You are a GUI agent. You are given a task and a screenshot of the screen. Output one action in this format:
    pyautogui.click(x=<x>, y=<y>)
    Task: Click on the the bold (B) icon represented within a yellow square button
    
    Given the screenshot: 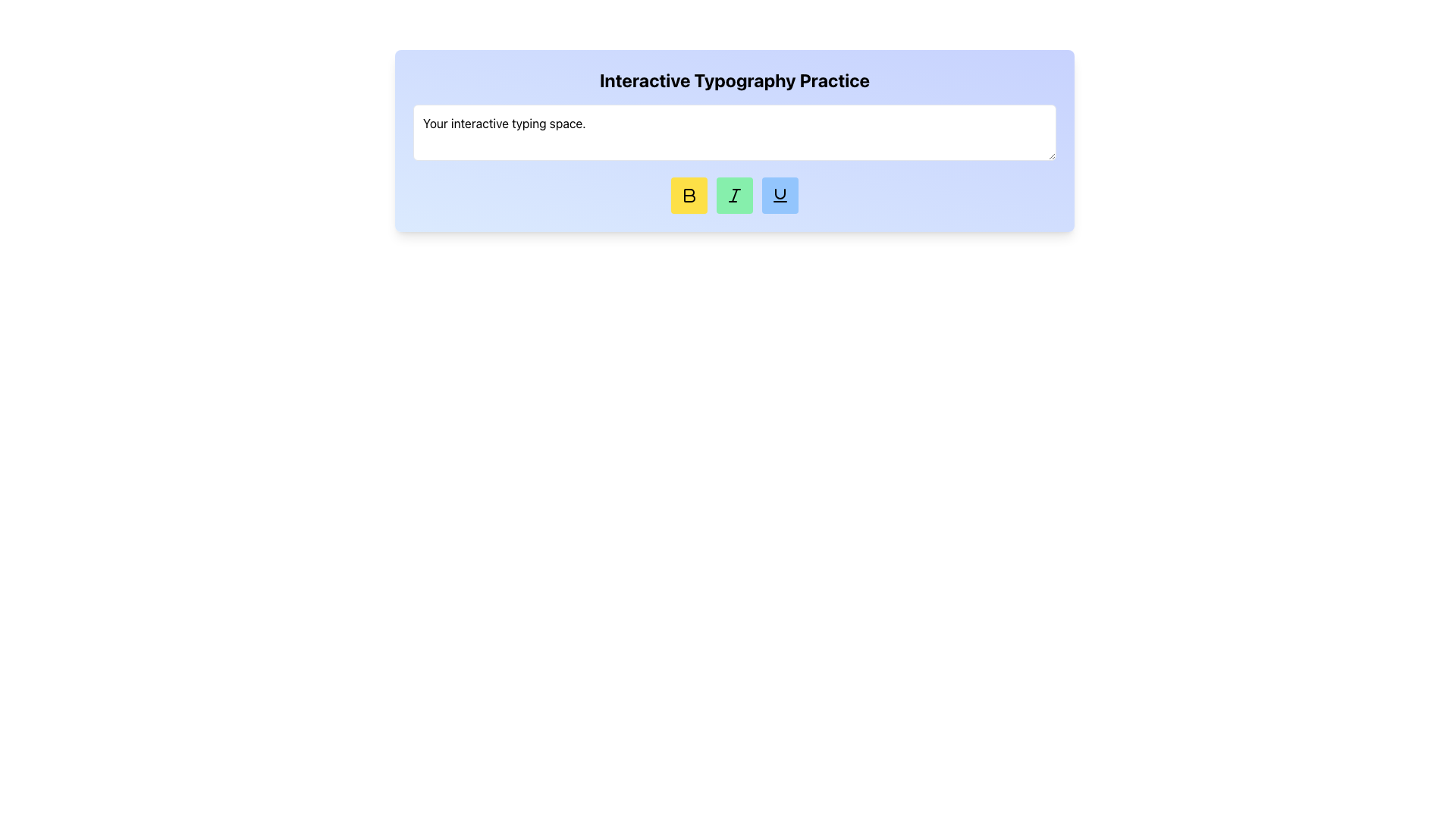 What is the action you would take?
    pyautogui.click(x=688, y=195)
    